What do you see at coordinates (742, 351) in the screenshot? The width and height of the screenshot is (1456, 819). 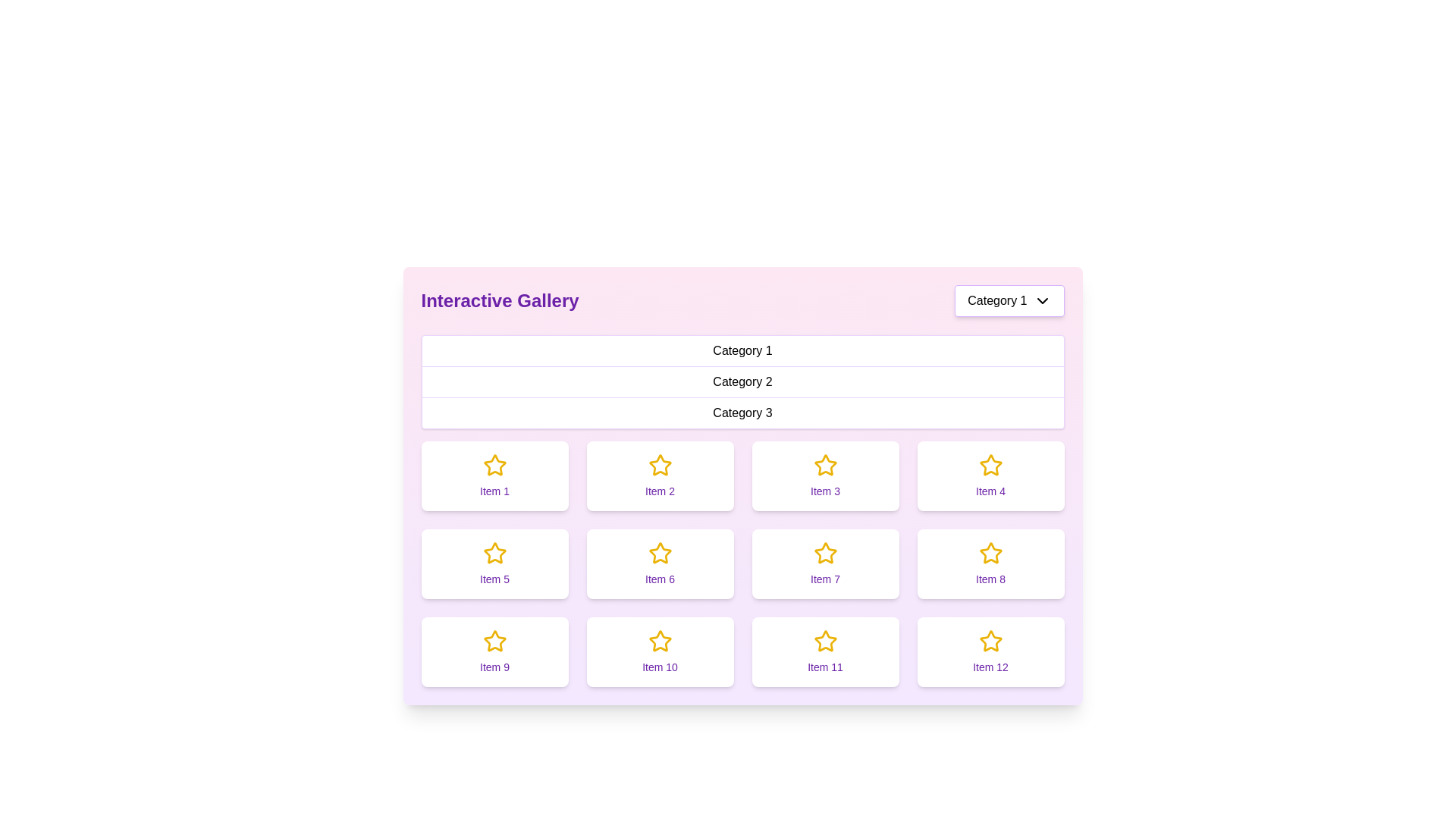 I see `the first category label in the vertical list of three categories` at bounding box center [742, 351].